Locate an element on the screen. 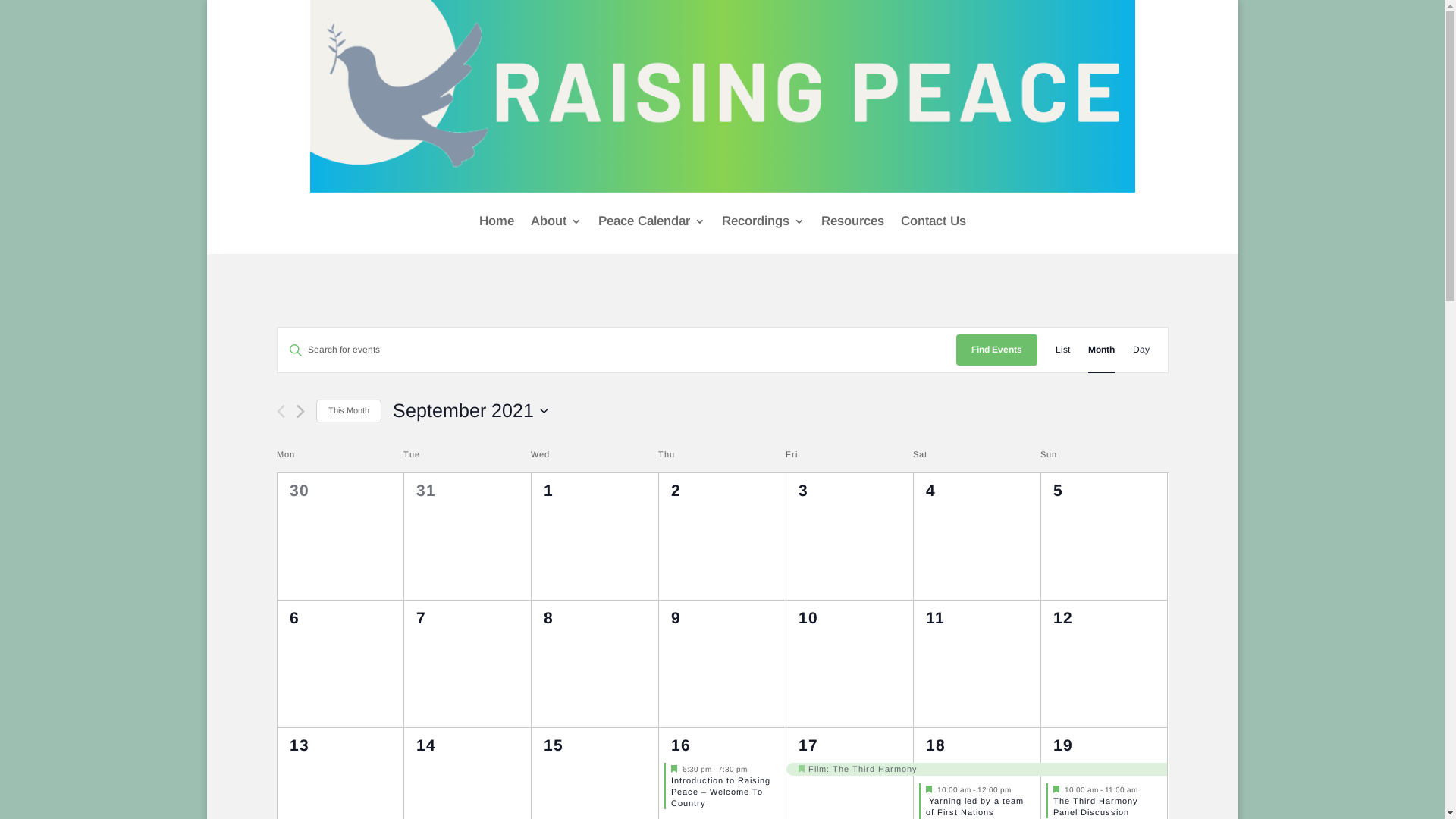 This screenshot has width=1456, height=819. 'About' is located at coordinates (555, 221).